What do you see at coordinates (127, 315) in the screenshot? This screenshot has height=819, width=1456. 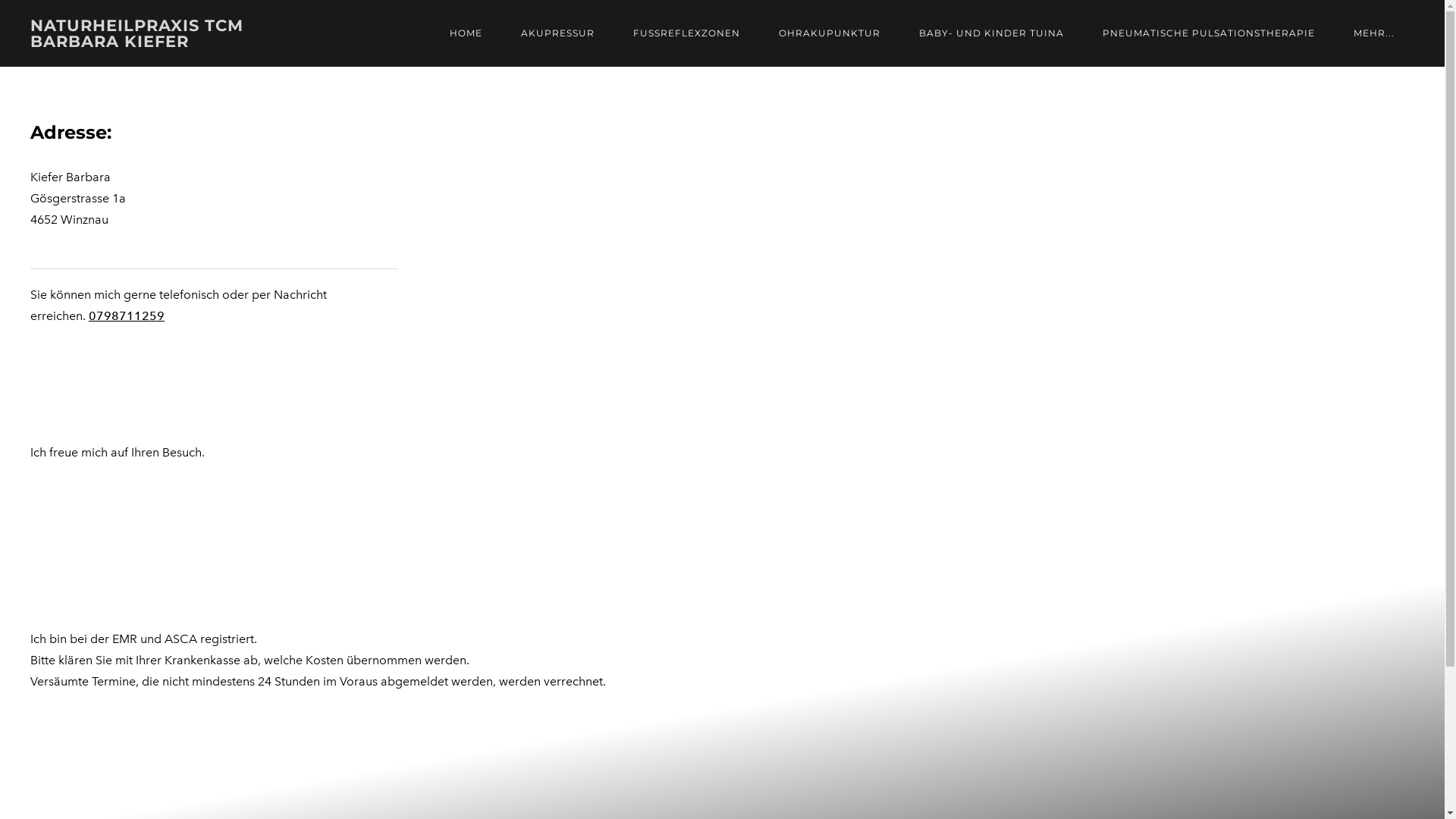 I see `'0798711259'` at bounding box center [127, 315].